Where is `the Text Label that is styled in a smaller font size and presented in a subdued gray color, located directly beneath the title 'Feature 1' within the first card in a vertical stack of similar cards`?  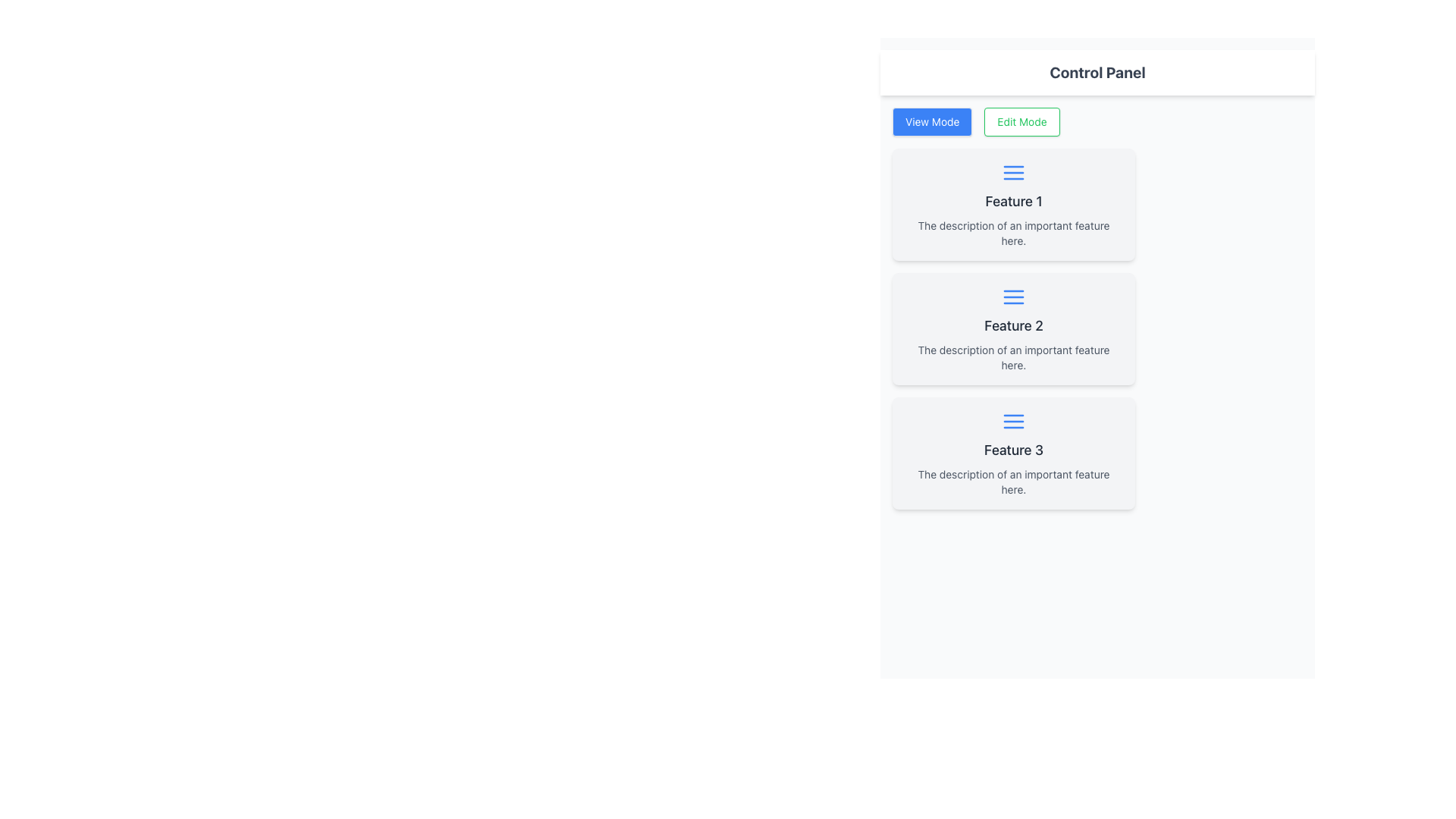 the Text Label that is styled in a smaller font size and presented in a subdued gray color, located directly beneath the title 'Feature 1' within the first card in a vertical stack of similar cards is located at coordinates (1014, 234).